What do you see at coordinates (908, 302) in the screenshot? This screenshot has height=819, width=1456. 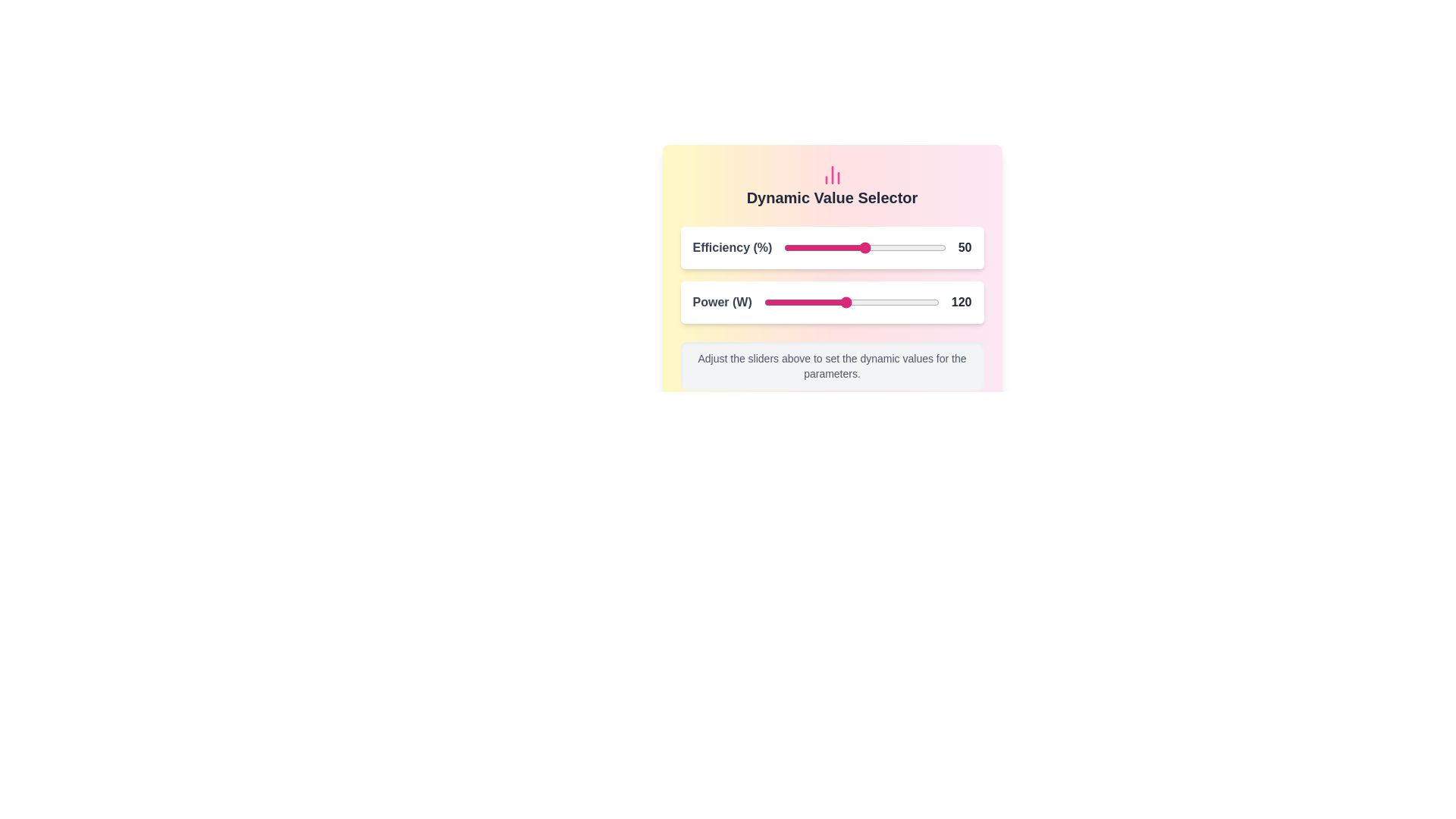 I see `the Power slider to set the value to 173` at bounding box center [908, 302].